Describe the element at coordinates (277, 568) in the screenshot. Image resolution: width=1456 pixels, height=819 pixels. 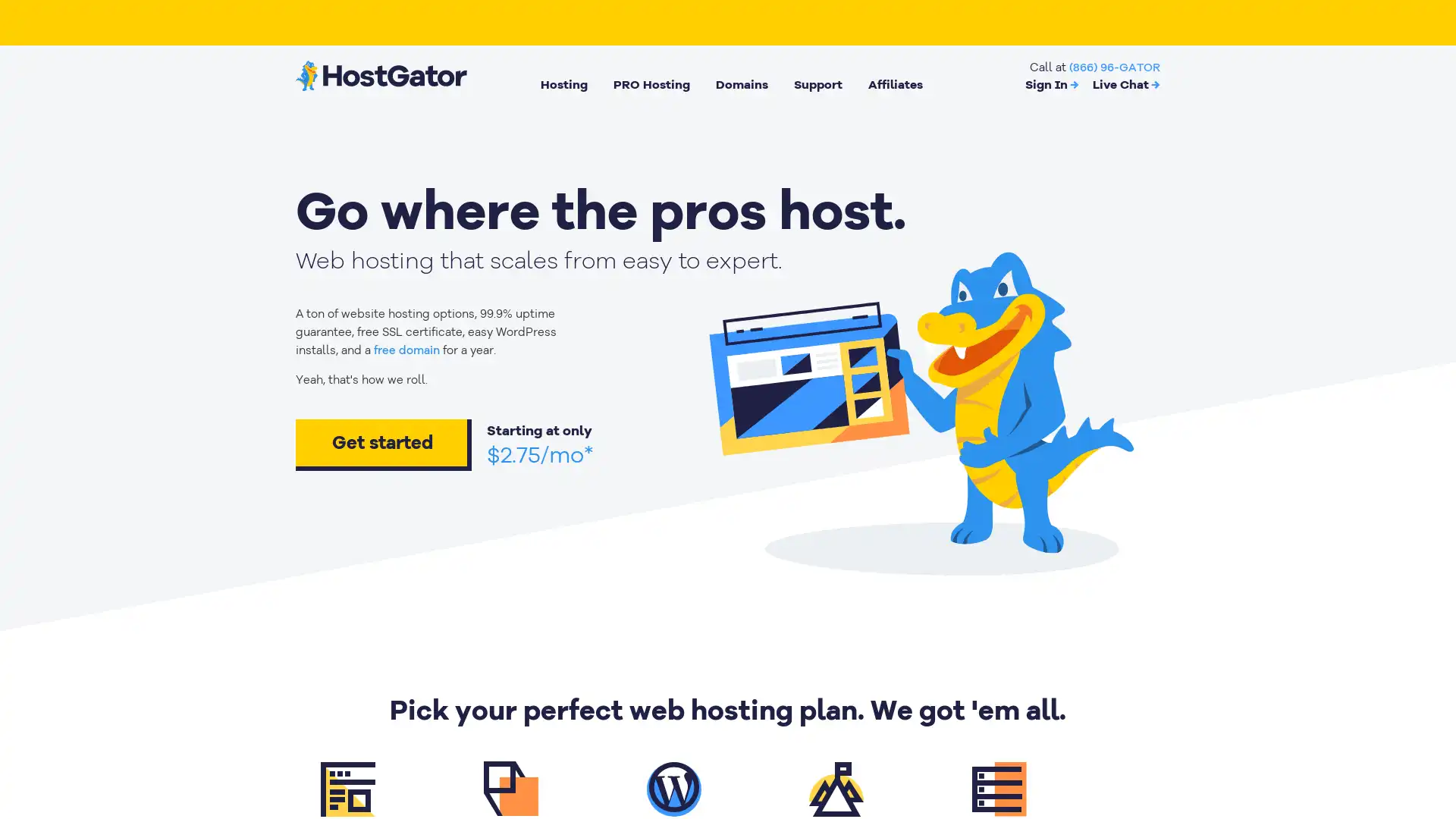
I see `Close` at that location.